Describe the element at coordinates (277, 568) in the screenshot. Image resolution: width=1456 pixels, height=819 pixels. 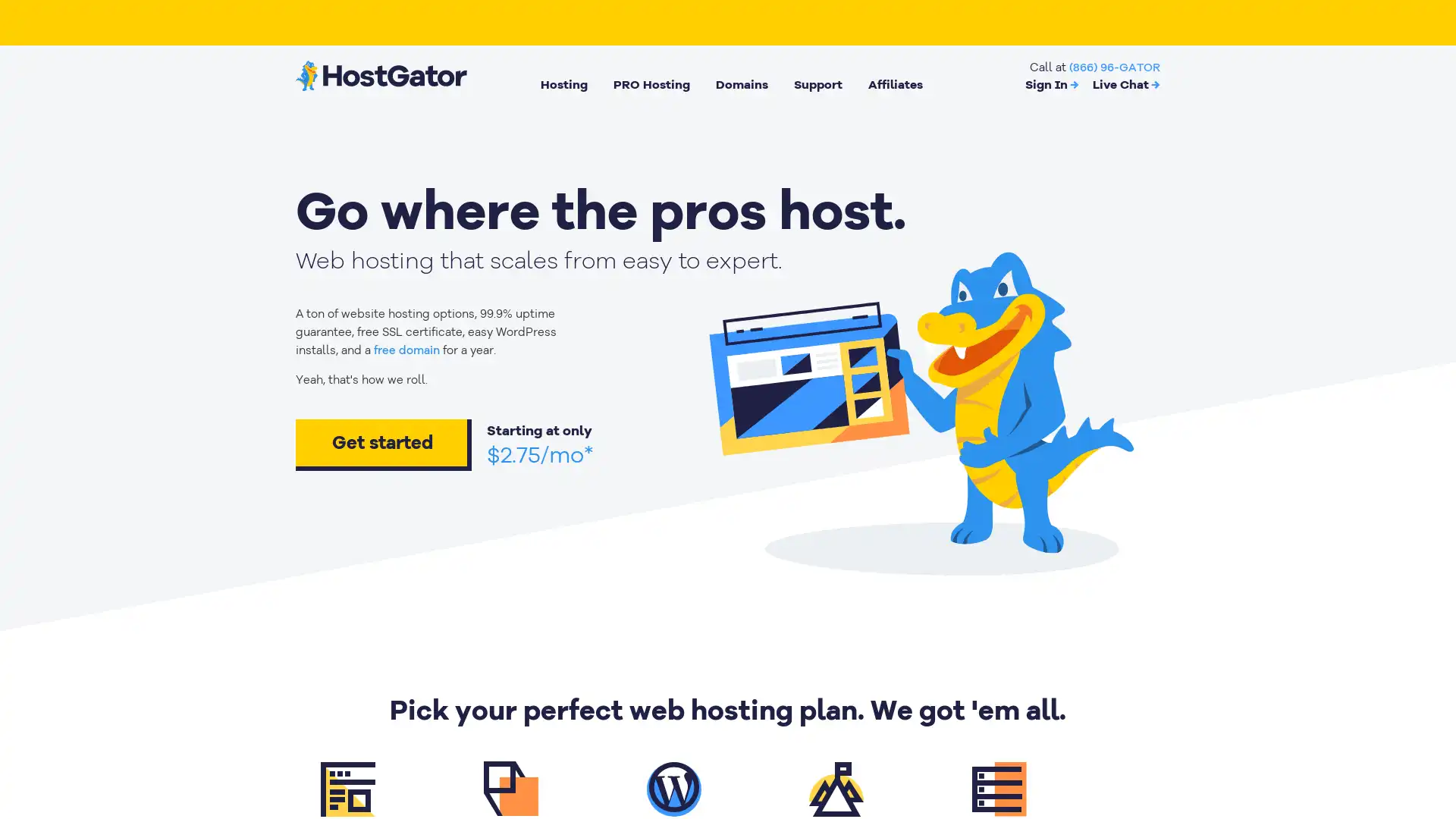
I see `Close` at that location.